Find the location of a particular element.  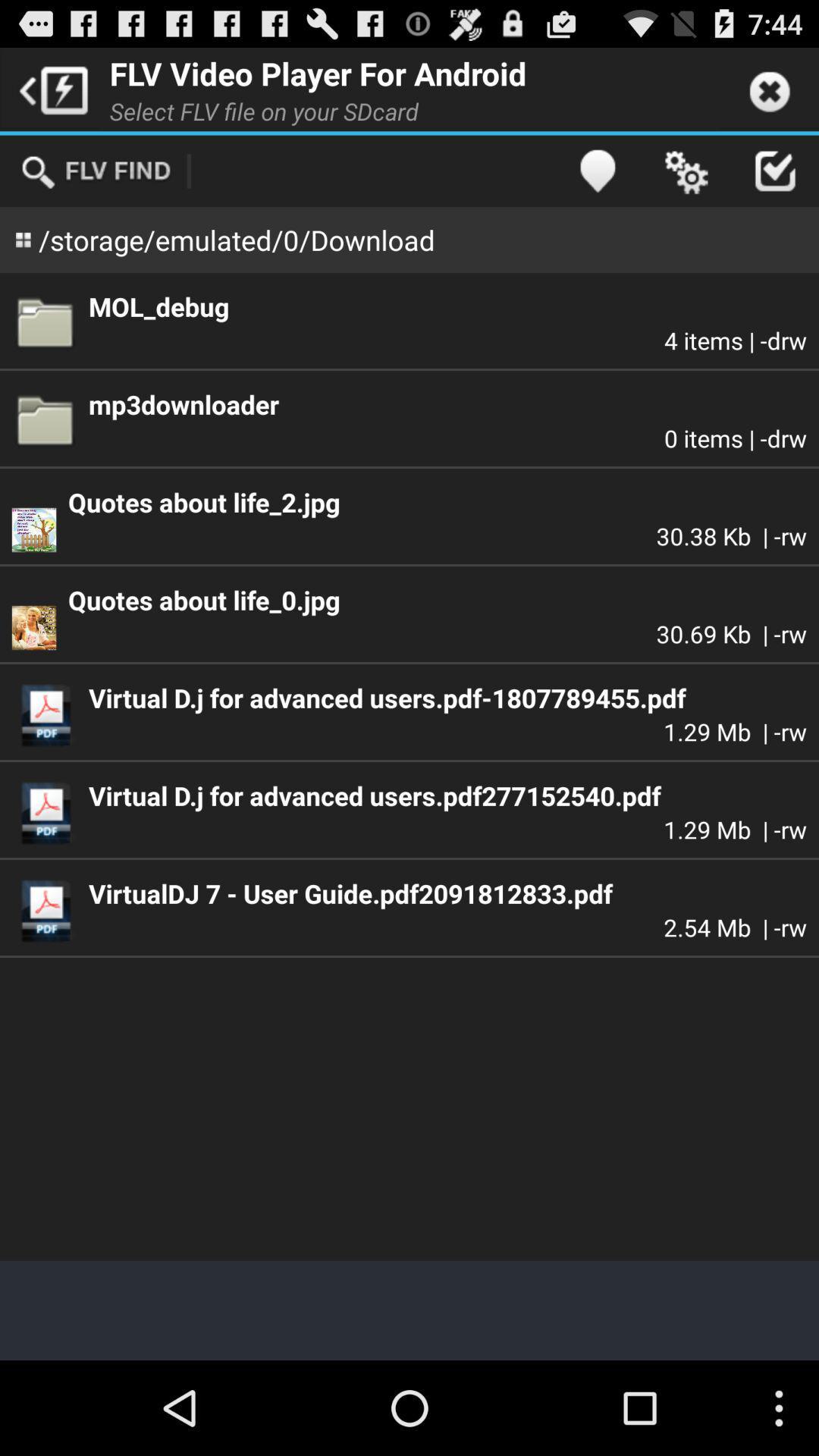

item below the 1 29 mb item is located at coordinates (447, 893).